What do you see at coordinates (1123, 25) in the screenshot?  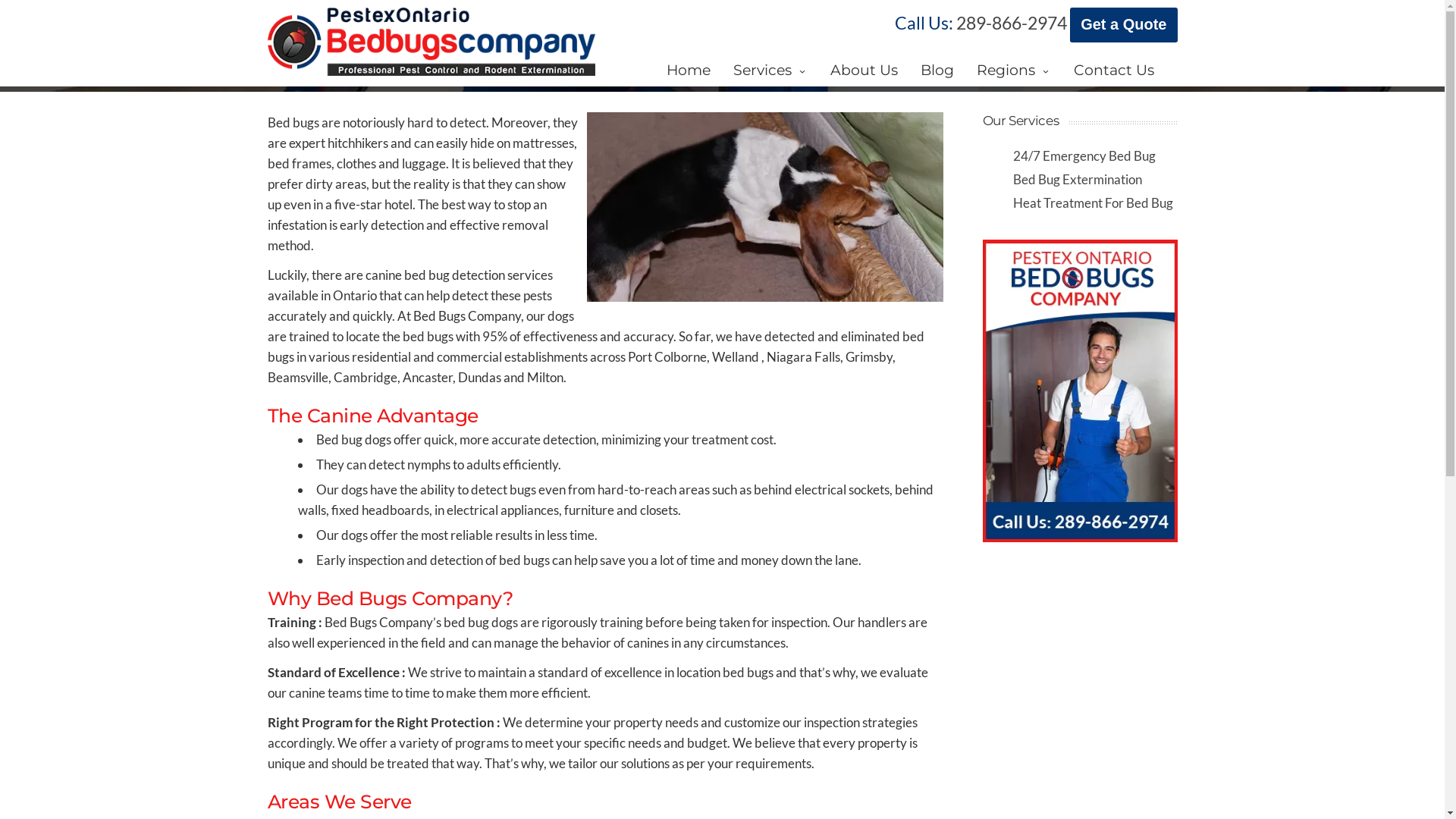 I see `'Get a Quote'` at bounding box center [1123, 25].